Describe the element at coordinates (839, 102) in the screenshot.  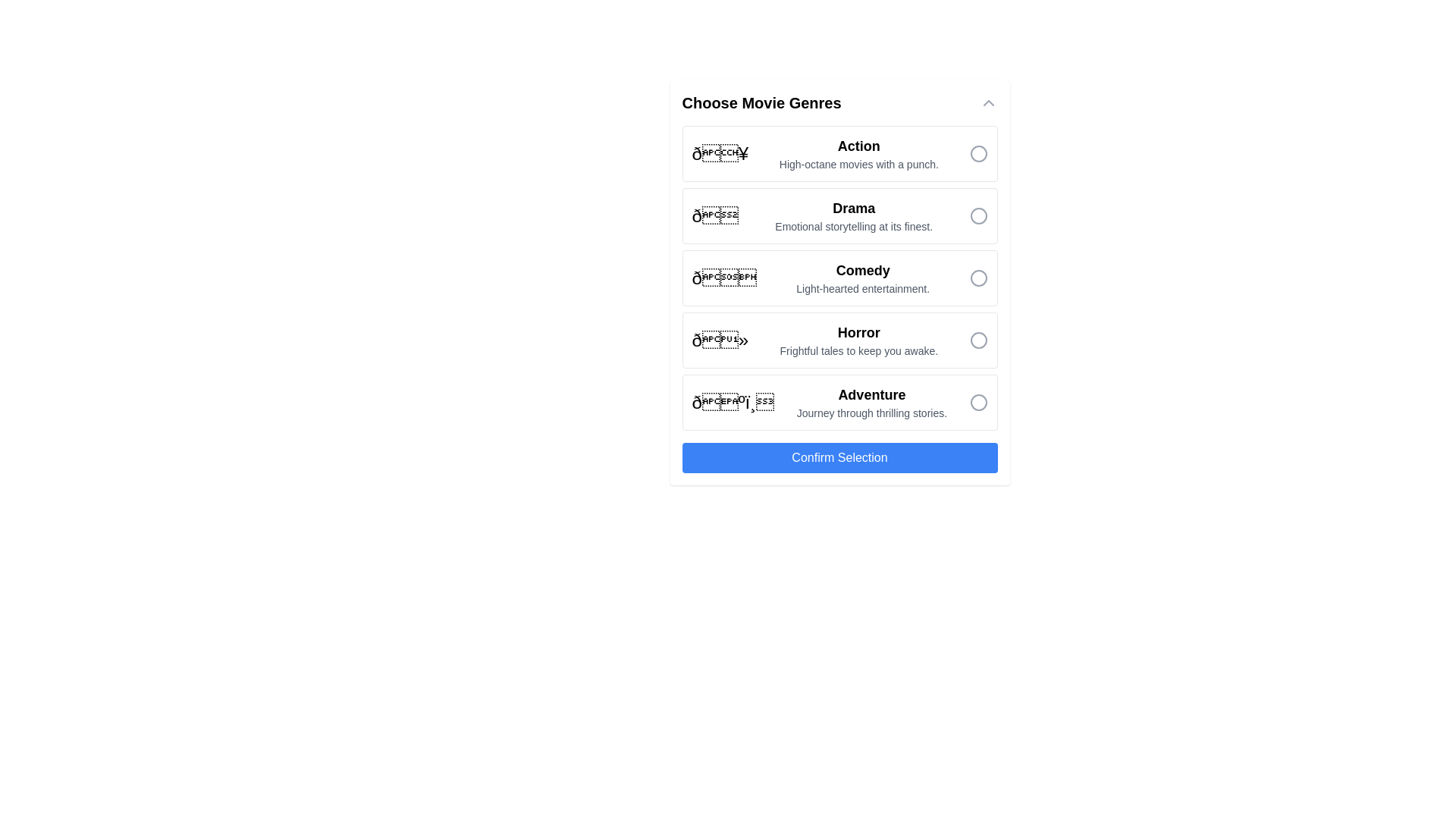
I see `the 'Choose Movie Genres' title header to focus on it, which includes a downward-pointing chevron icon for interaction` at that location.